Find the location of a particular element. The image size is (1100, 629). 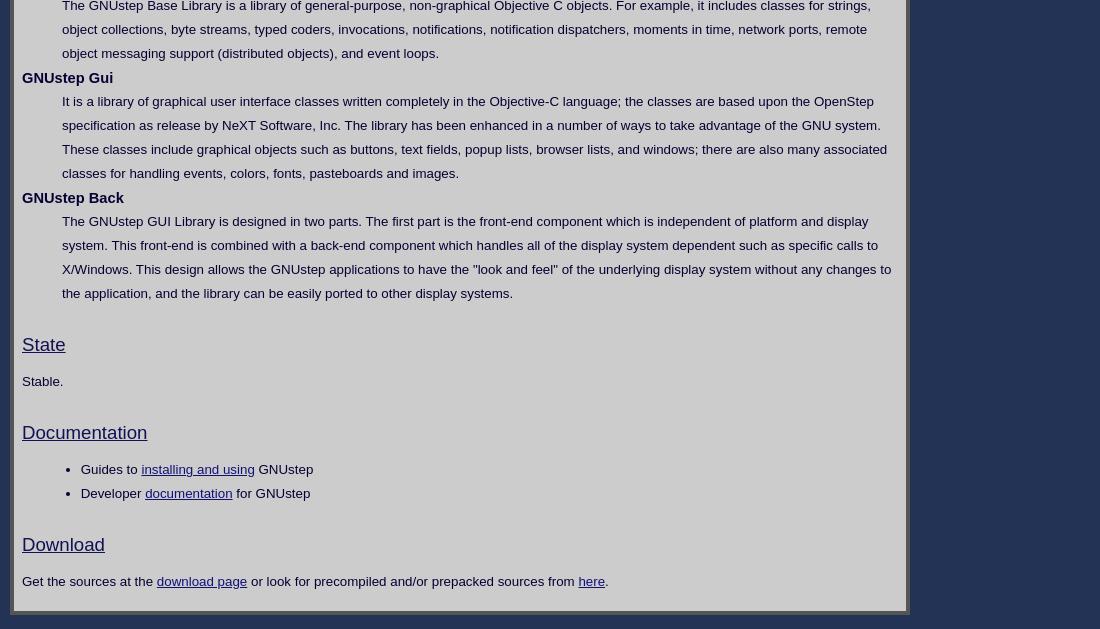

'Get the sources at the' is located at coordinates (88, 580).